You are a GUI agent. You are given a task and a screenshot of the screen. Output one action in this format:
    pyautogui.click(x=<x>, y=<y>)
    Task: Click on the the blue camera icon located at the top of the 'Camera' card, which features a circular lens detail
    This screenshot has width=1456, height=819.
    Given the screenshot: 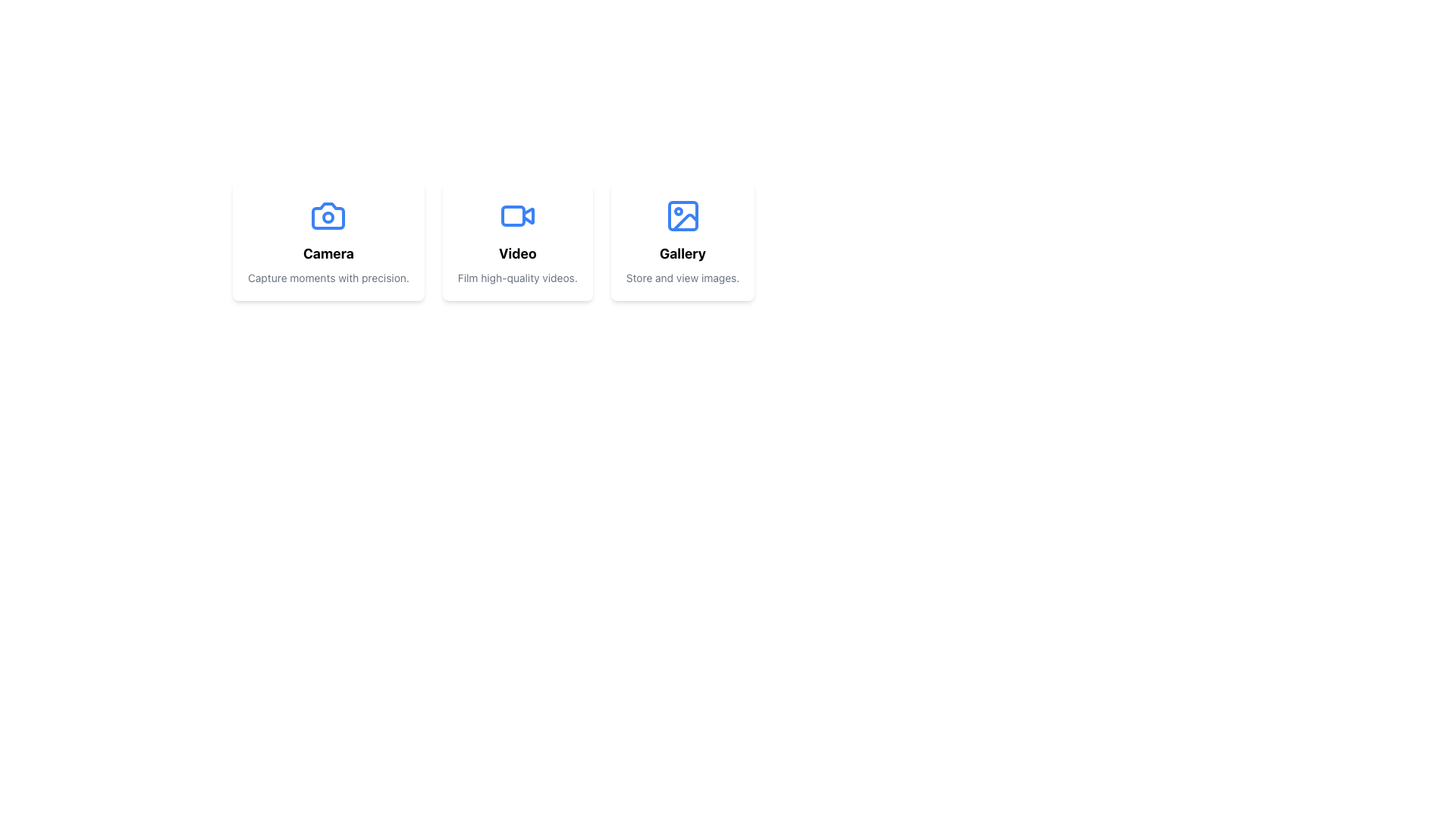 What is the action you would take?
    pyautogui.click(x=328, y=216)
    